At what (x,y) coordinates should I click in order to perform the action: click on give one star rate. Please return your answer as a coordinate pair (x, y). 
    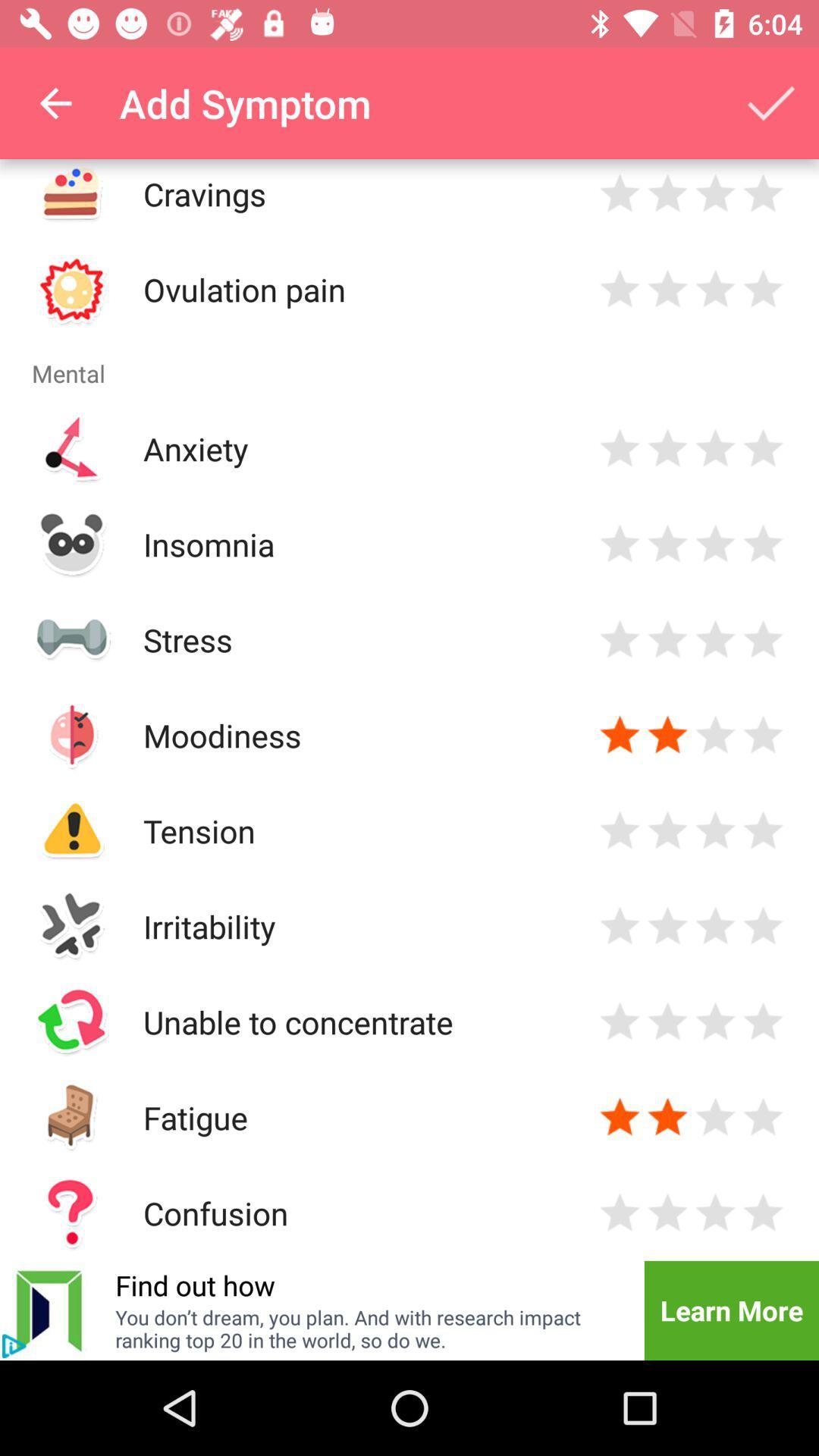
    Looking at the image, I should click on (620, 193).